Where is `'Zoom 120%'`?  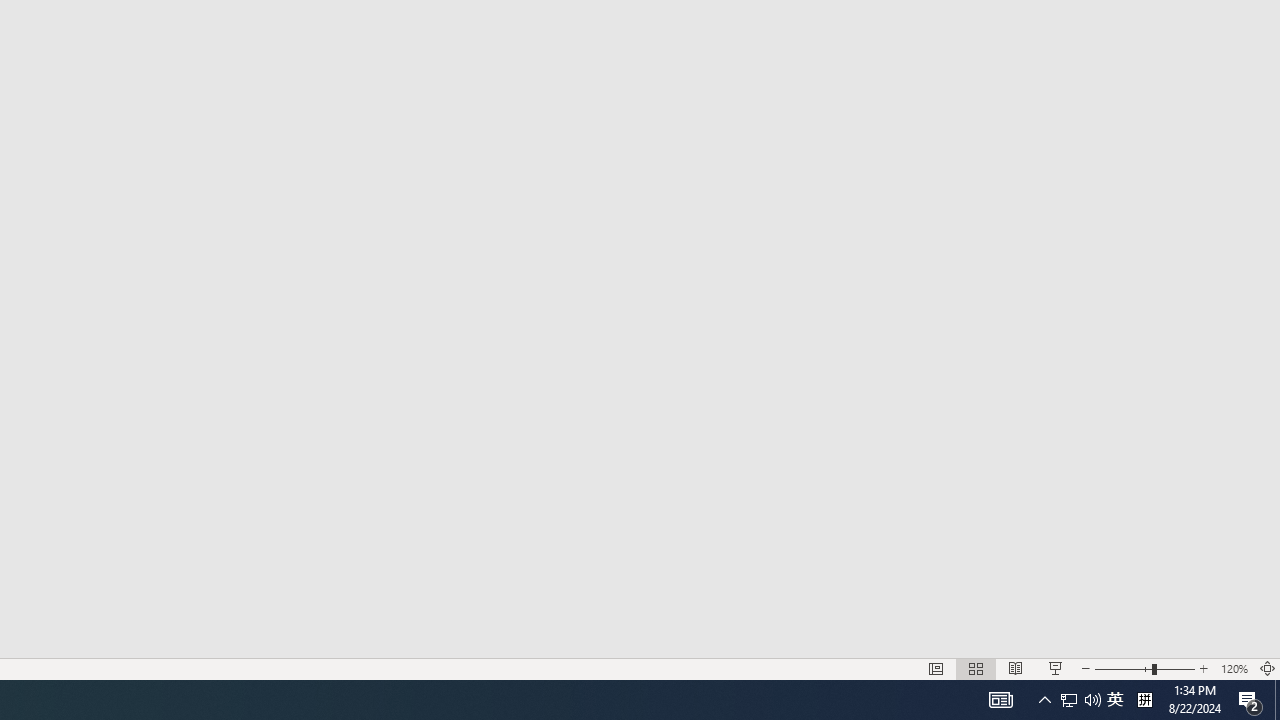 'Zoom 120%' is located at coordinates (1233, 669).